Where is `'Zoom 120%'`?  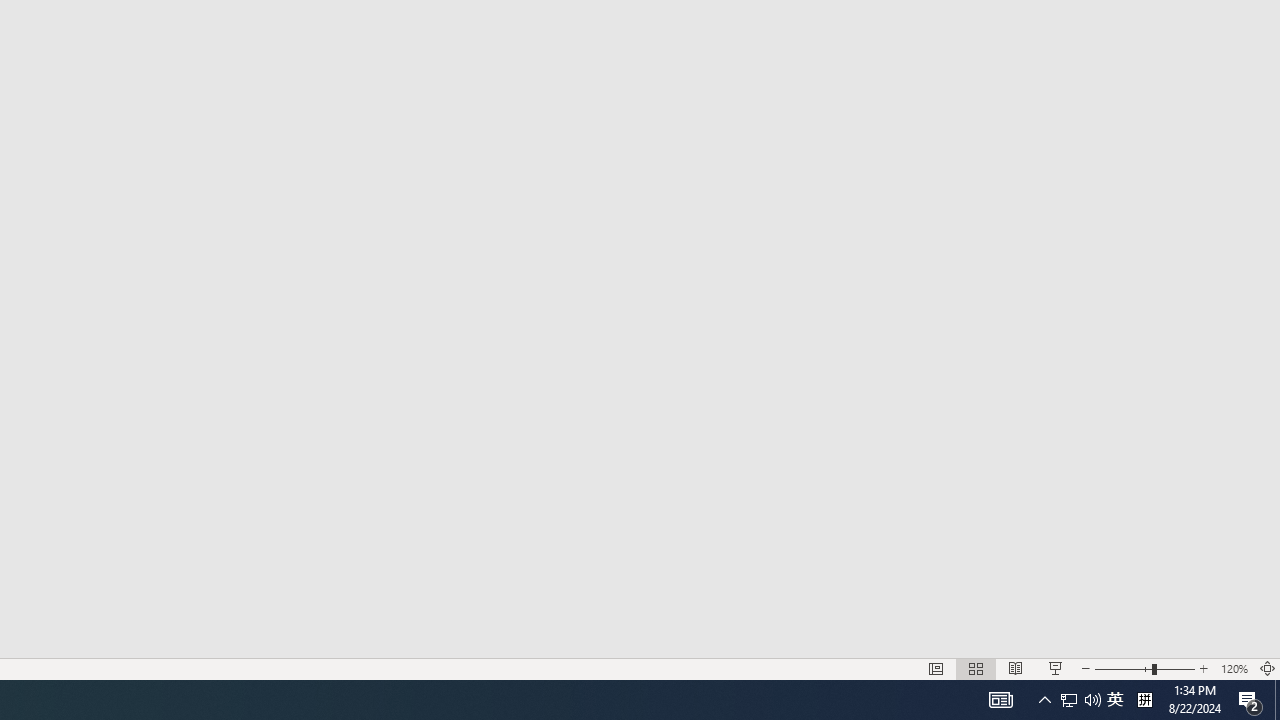 'Zoom 120%' is located at coordinates (1233, 669).